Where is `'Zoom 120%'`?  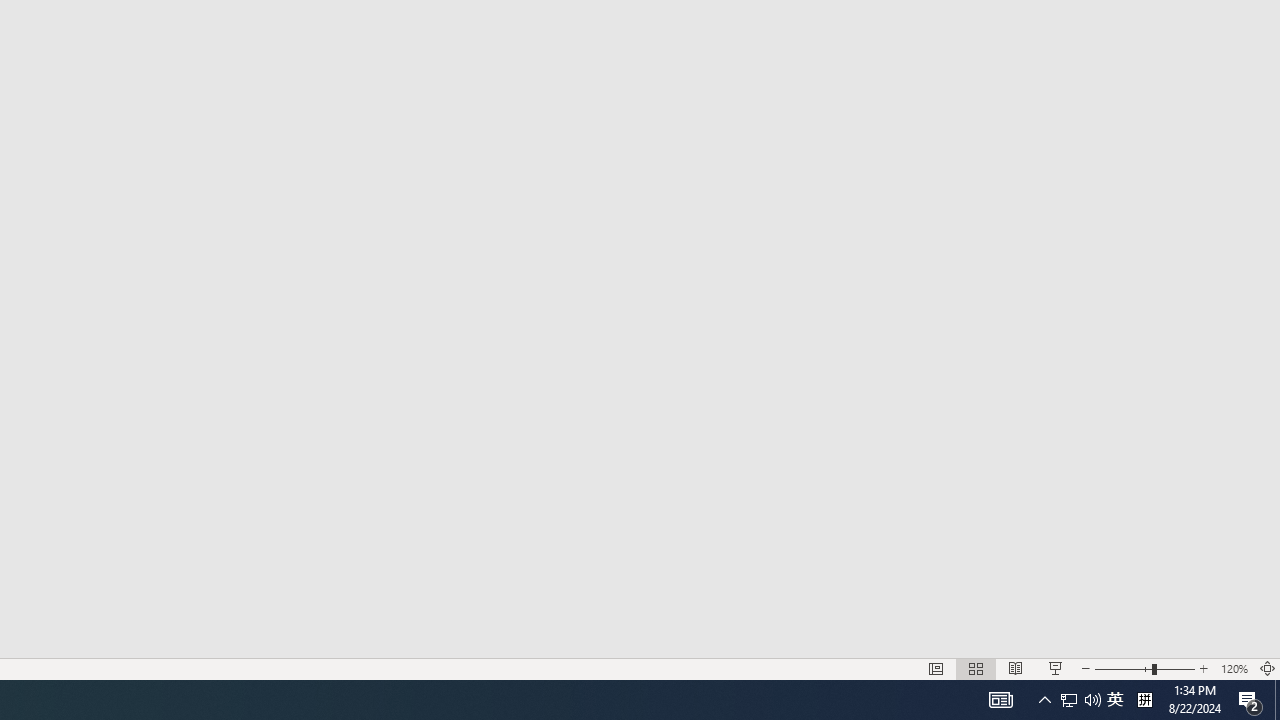 'Zoom 120%' is located at coordinates (1233, 669).